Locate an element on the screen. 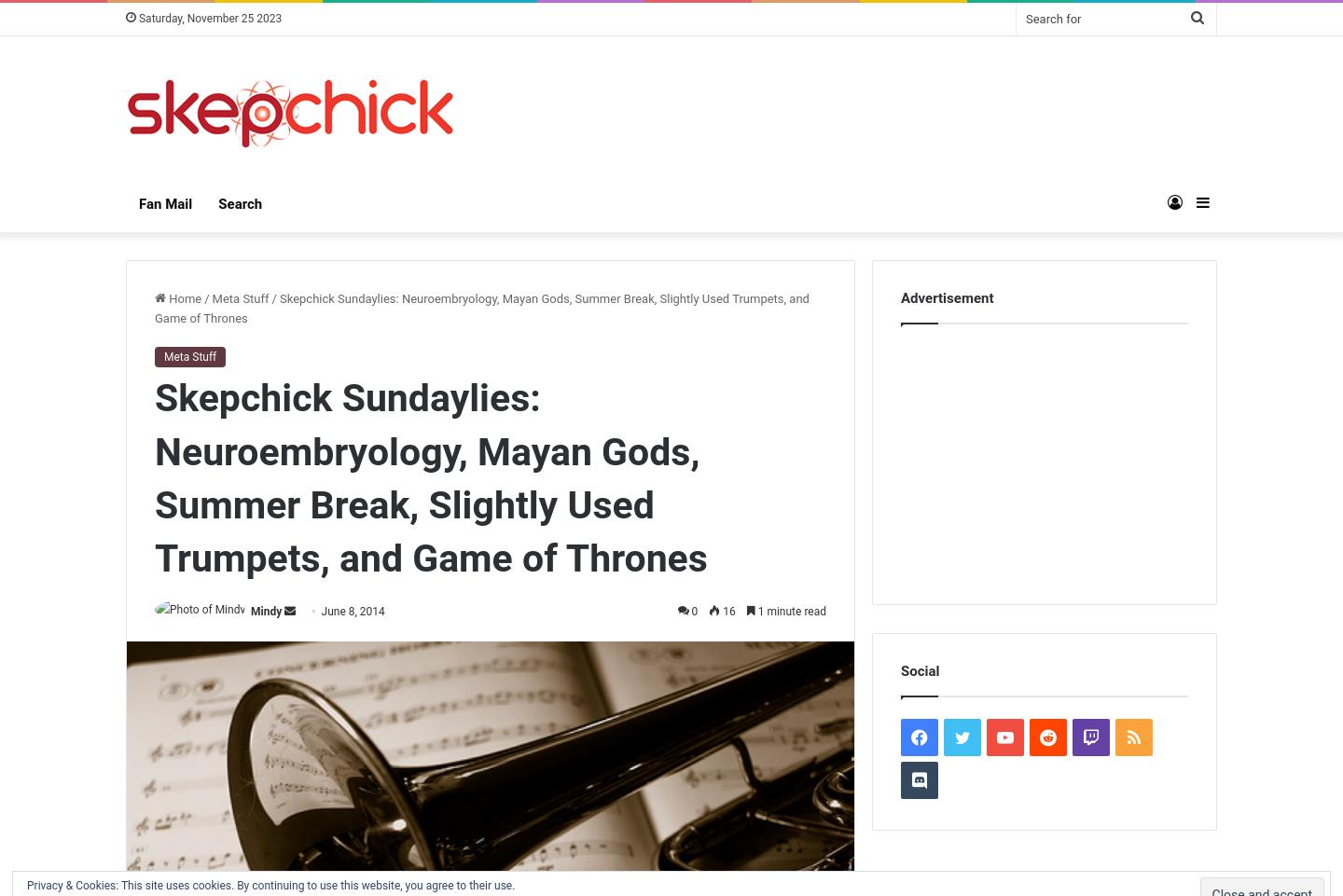 This screenshot has width=1343, height=896. 'Privacy & Cookies: This site uses cookies. By continuing to use this website, you agree to their use.' is located at coordinates (25, 886).